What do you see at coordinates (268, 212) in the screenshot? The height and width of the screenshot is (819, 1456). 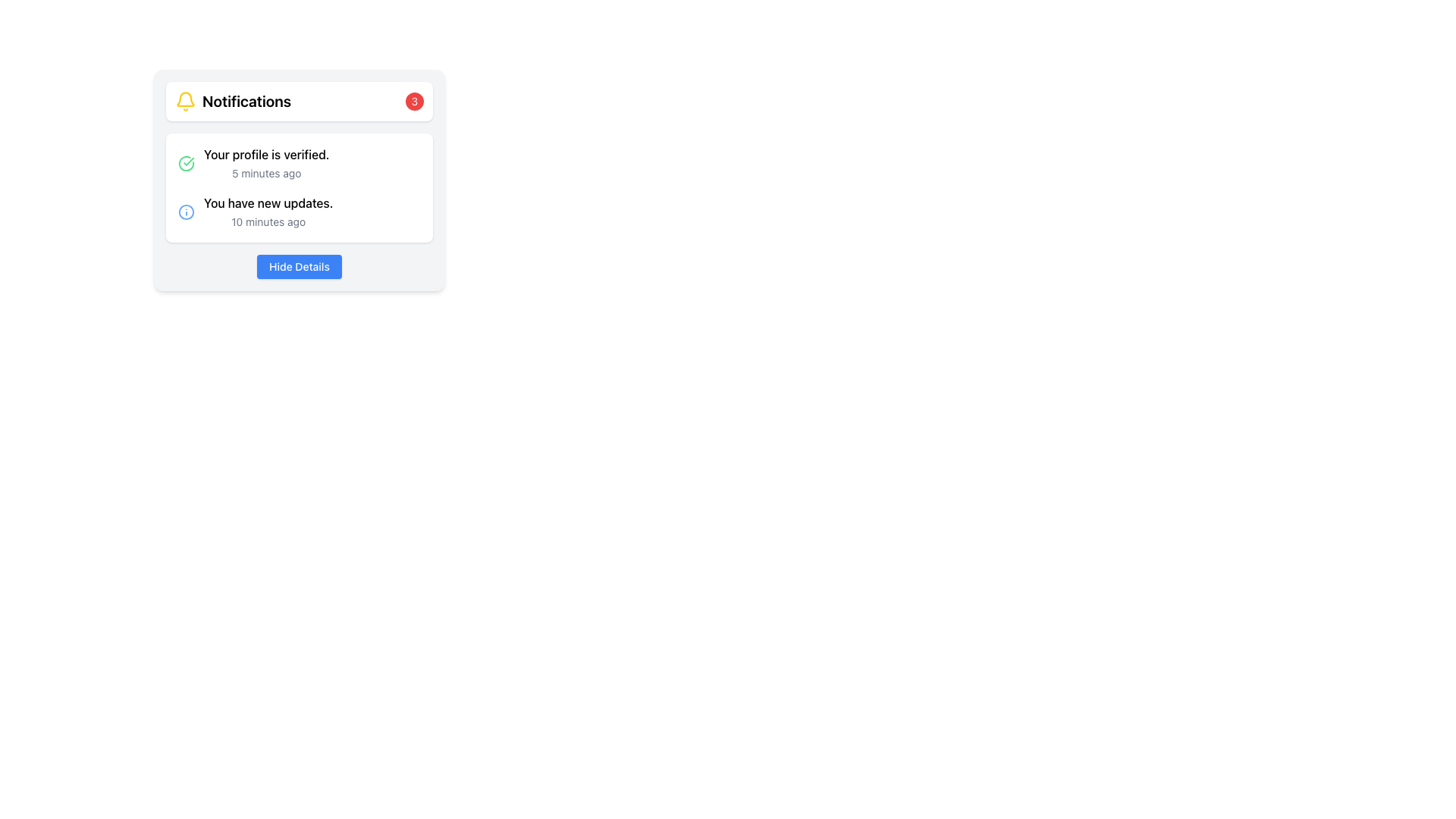 I see `the Notification Text Block that reads 'You have new updates.'` at bounding box center [268, 212].